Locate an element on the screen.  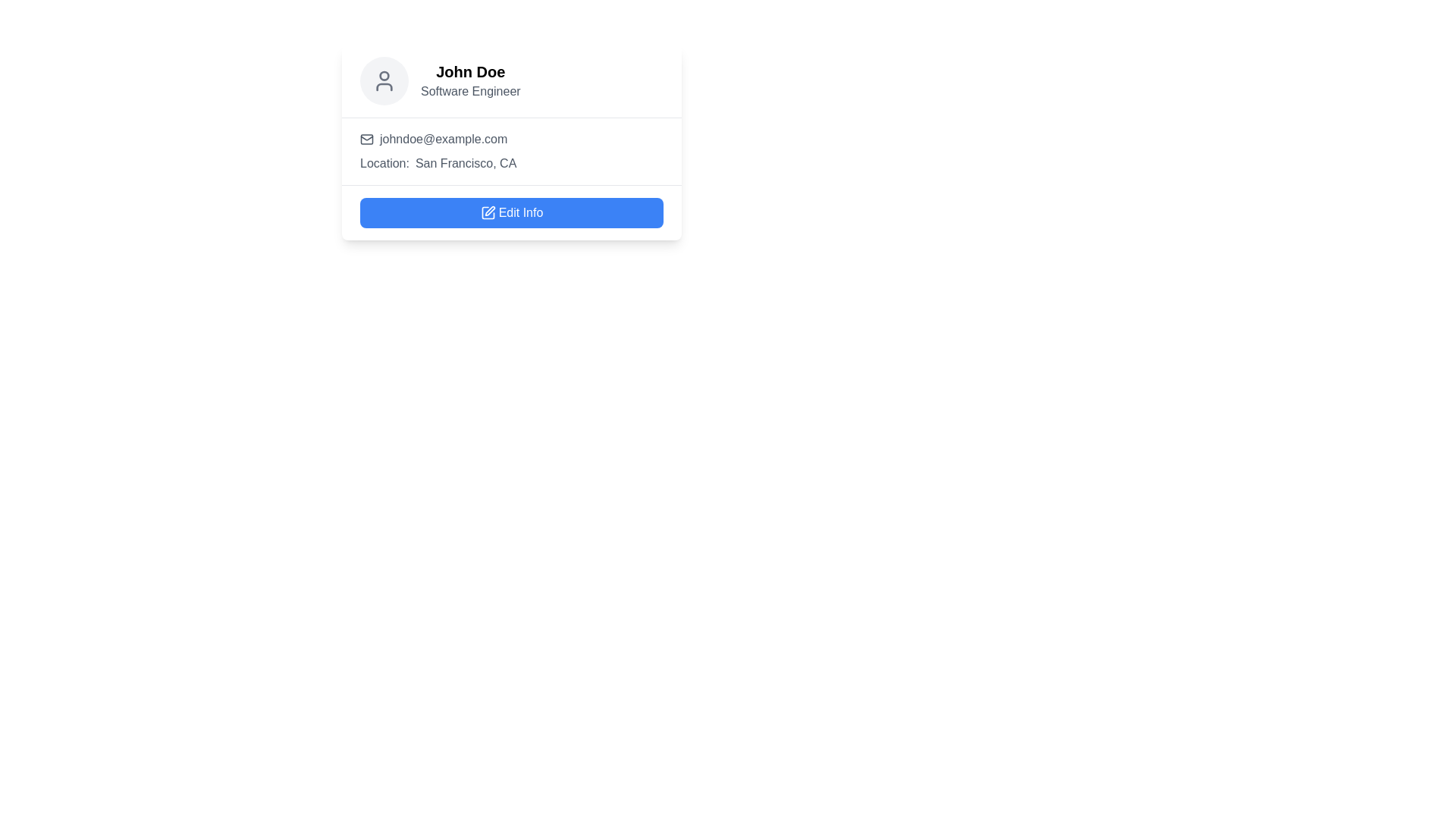
the profile image placeholder icon, which is a circular element positioned to the left of 'John Doe' and 'Software Engineer' in the user information card is located at coordinates (384, 81).